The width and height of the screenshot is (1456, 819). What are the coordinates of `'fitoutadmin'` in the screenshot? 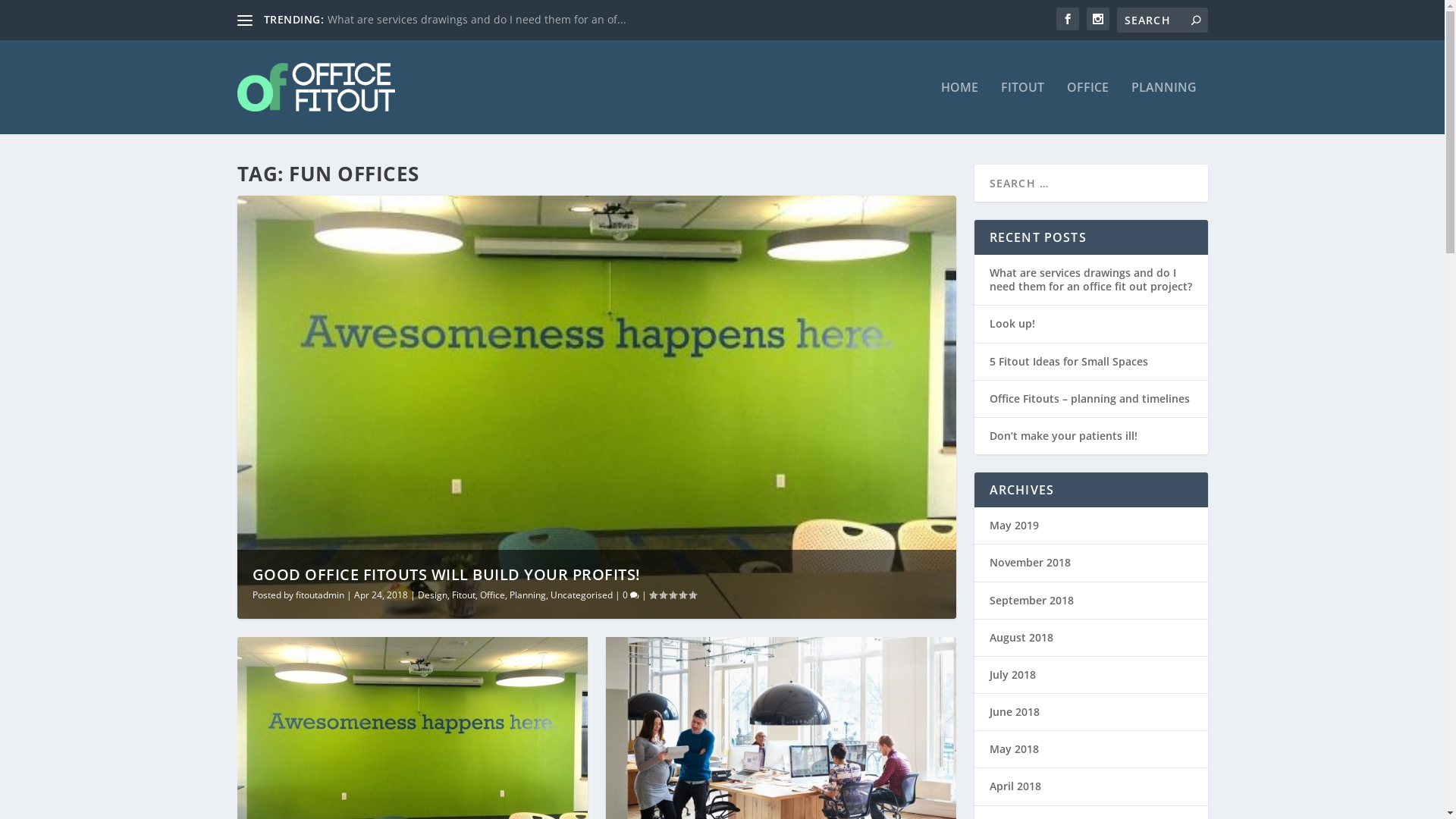 It's located at (319, 594).